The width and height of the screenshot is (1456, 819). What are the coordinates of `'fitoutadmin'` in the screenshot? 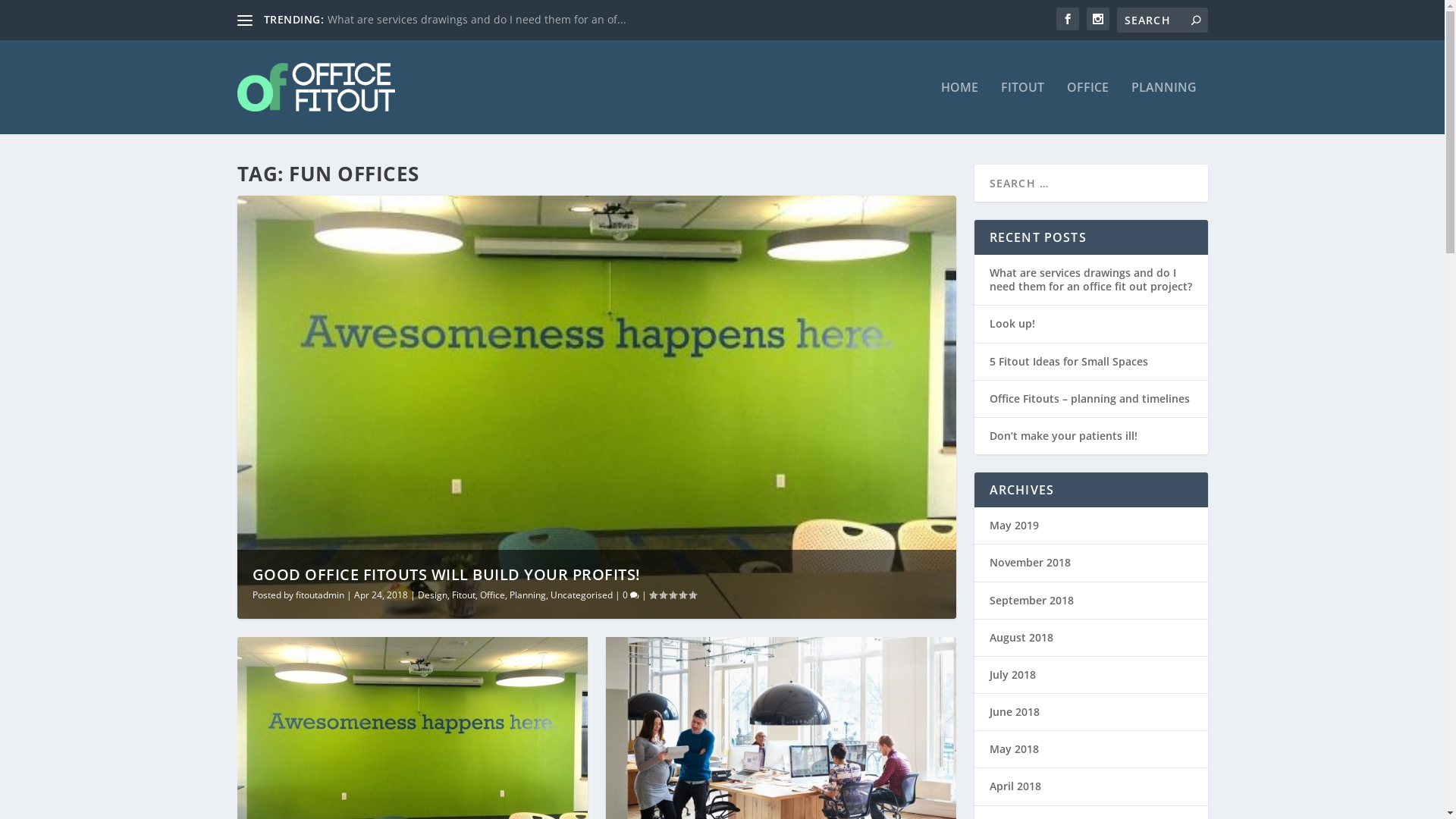 It's located at (319, 594).